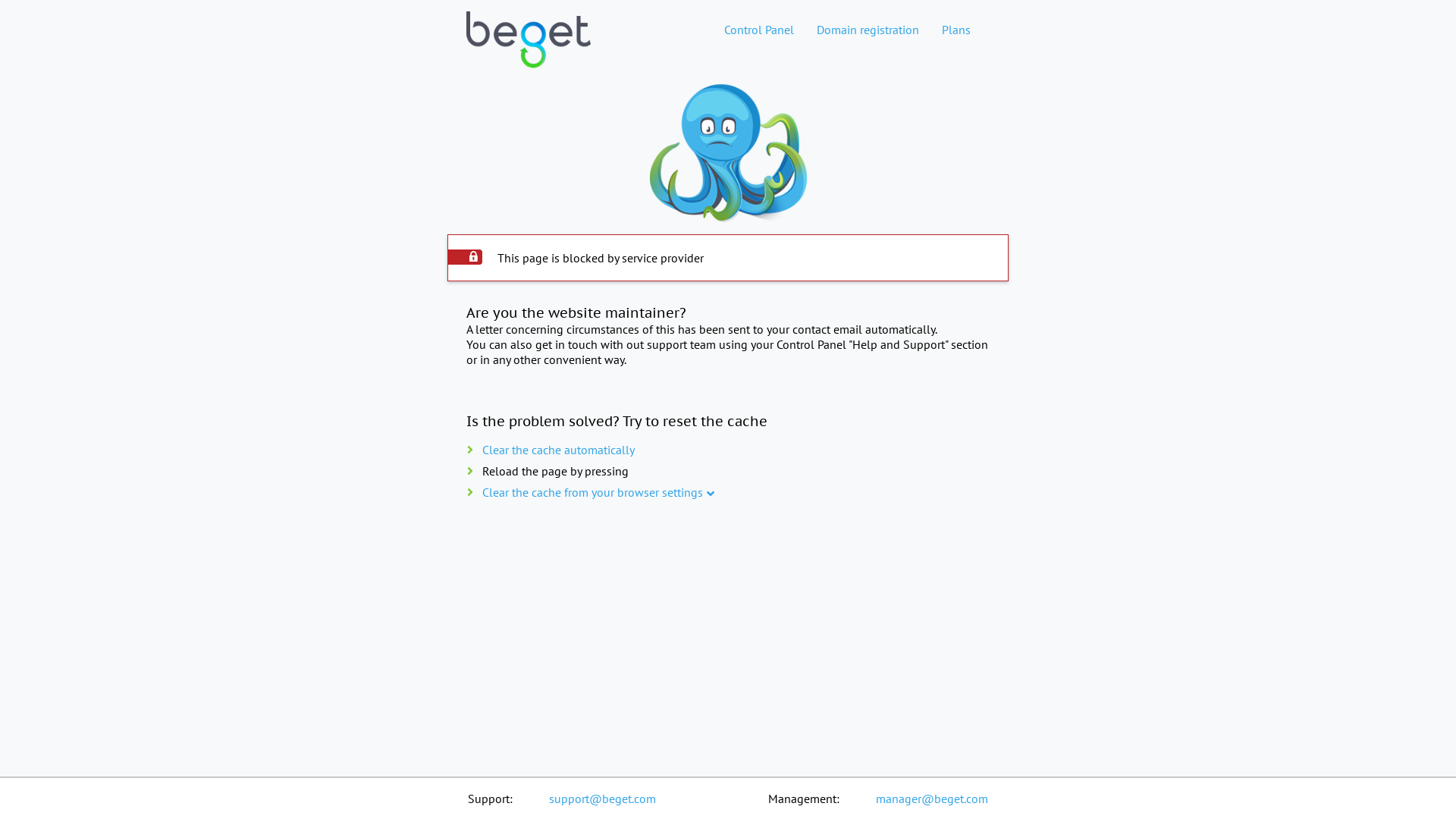 This screenshot has height=819, width=1456. What do you see at coordinates (930, 798) in the screenshot?
I see `'manager@beget.com'` at bounding box center [930, 798].